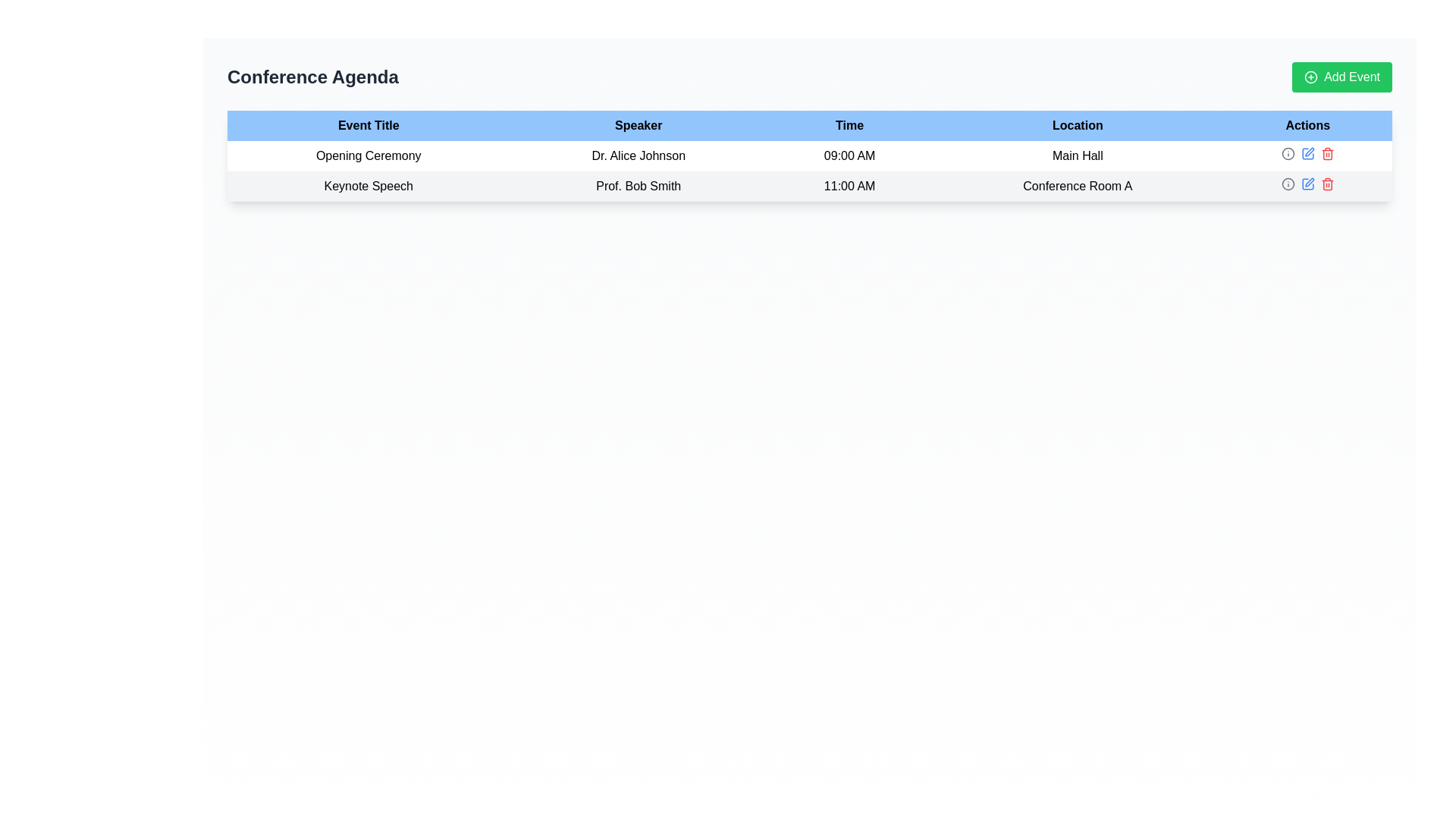 This screenshot has height=819, width=1456. What do you see at coordinates (1326, 184) in the screenshot?
I see `the delete button located in the 'Actions' column of the second row in the 'Conference Agenda' table to observe any hover effects` at bounding box center [1326, 184].